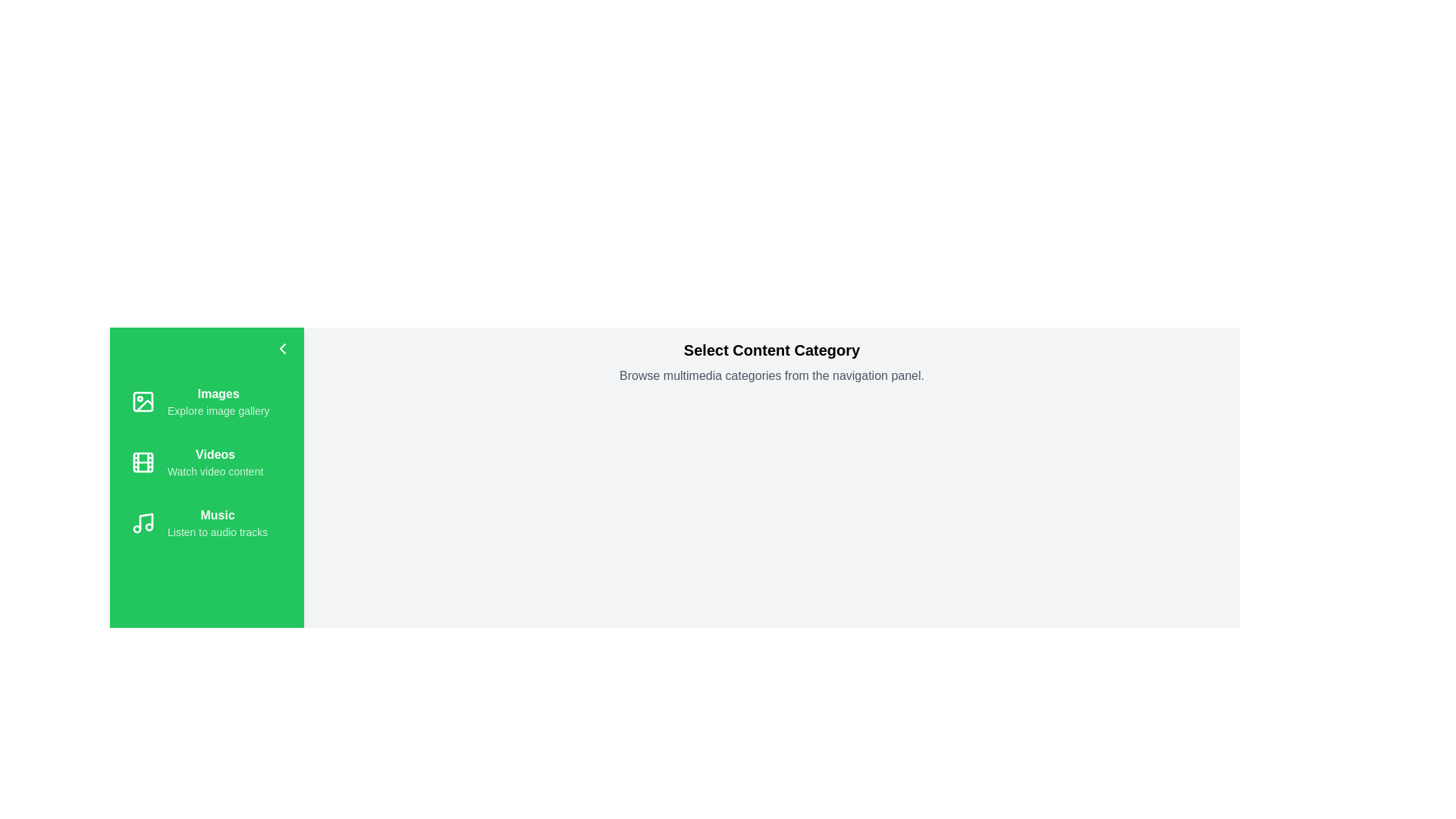 The width and height of the screenshot is (1456, 819). I want to click on the category Videos to see its hover effect, so click(206, 461).